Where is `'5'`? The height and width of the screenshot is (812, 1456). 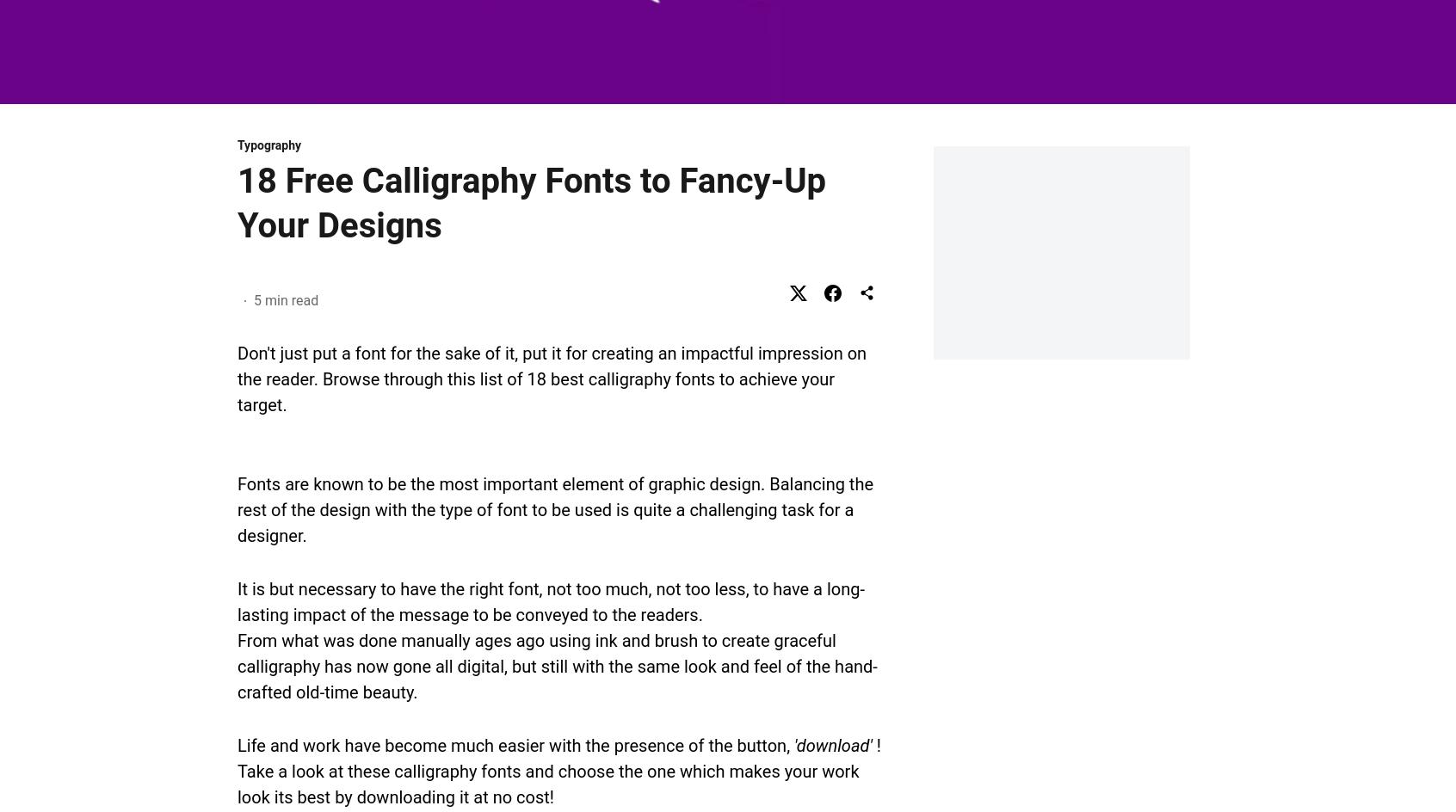 '5' is located at coordinates (256, 299).